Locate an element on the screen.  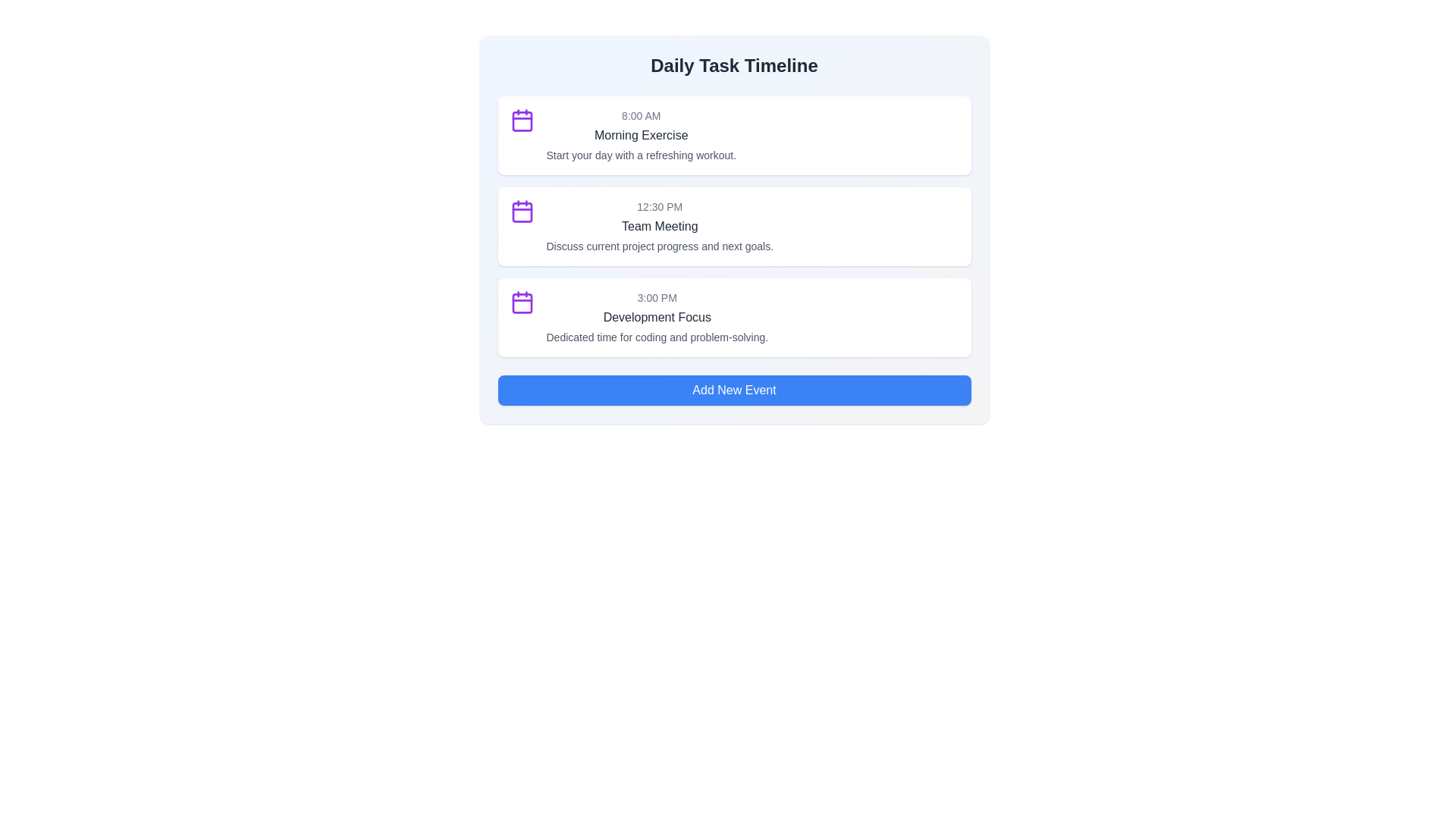
the Event display card in the Daily Task Timeline interface is located at coordinates (660, 227).